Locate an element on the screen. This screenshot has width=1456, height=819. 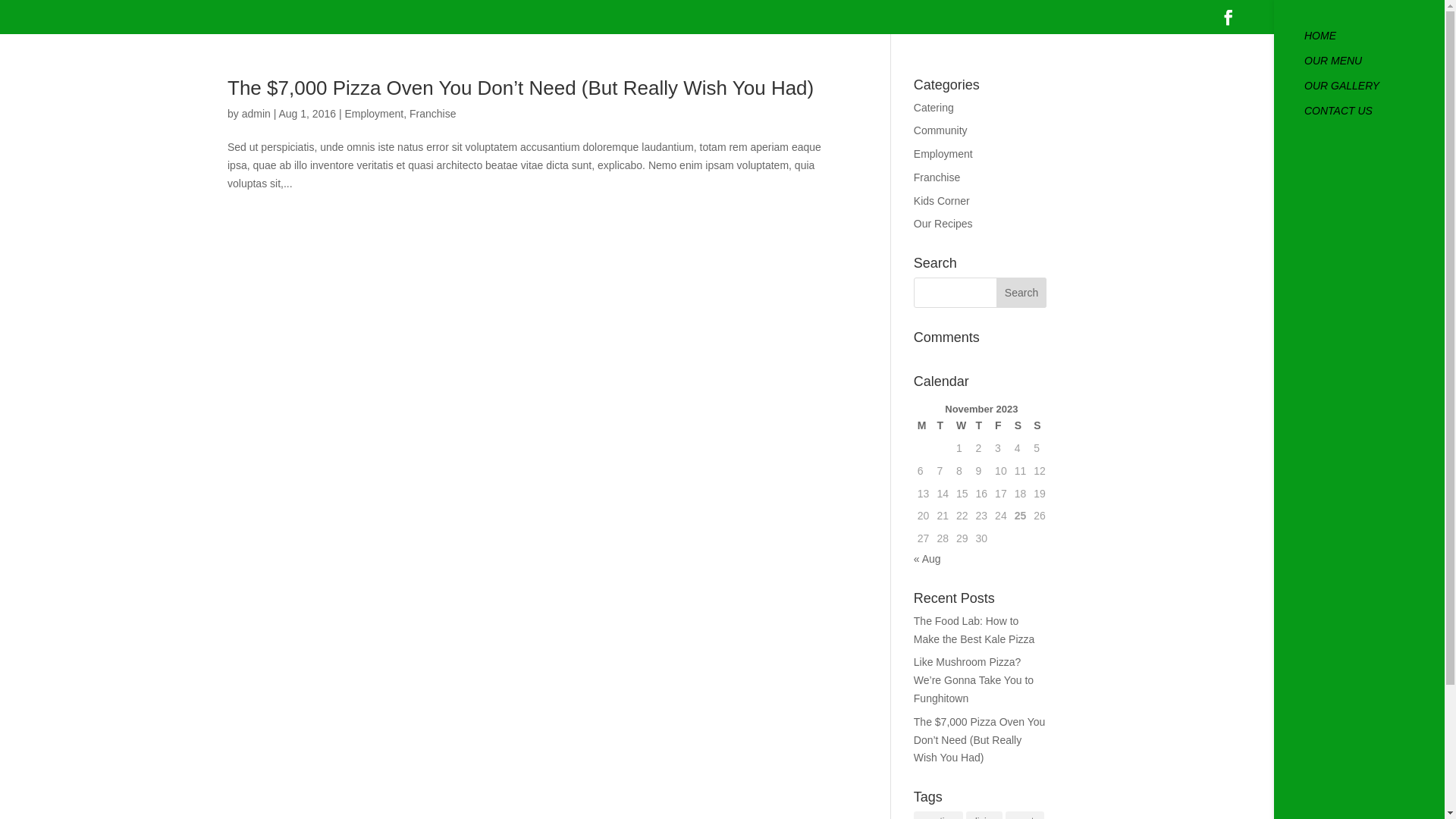
'HOME' is located at coordinates (1374, 42).